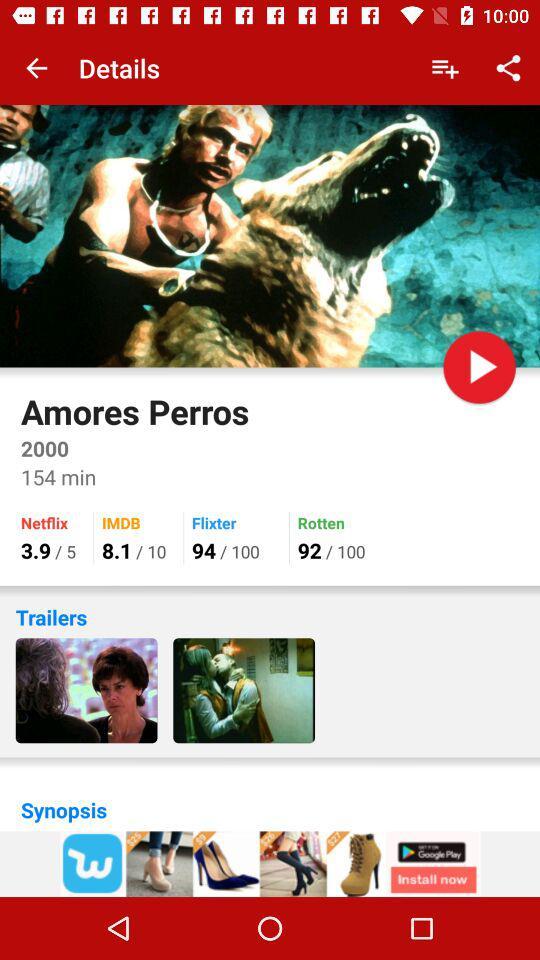  Describe the element at coordinates (478, 366) in the screenshot. I see `pause` at that location.